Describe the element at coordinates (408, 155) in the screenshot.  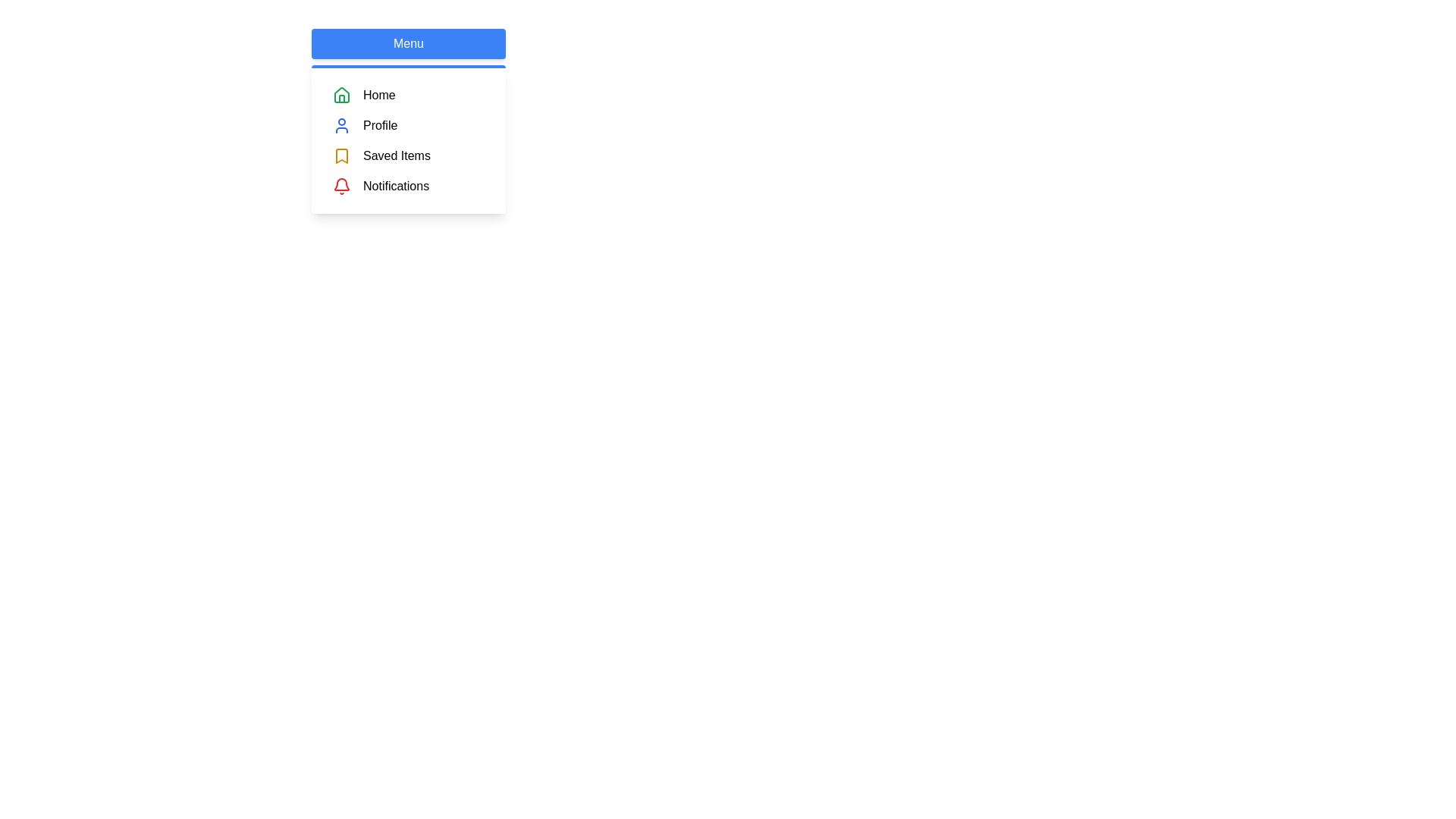
I see `the menu item Saved Items by clicking on its entry` at that location.